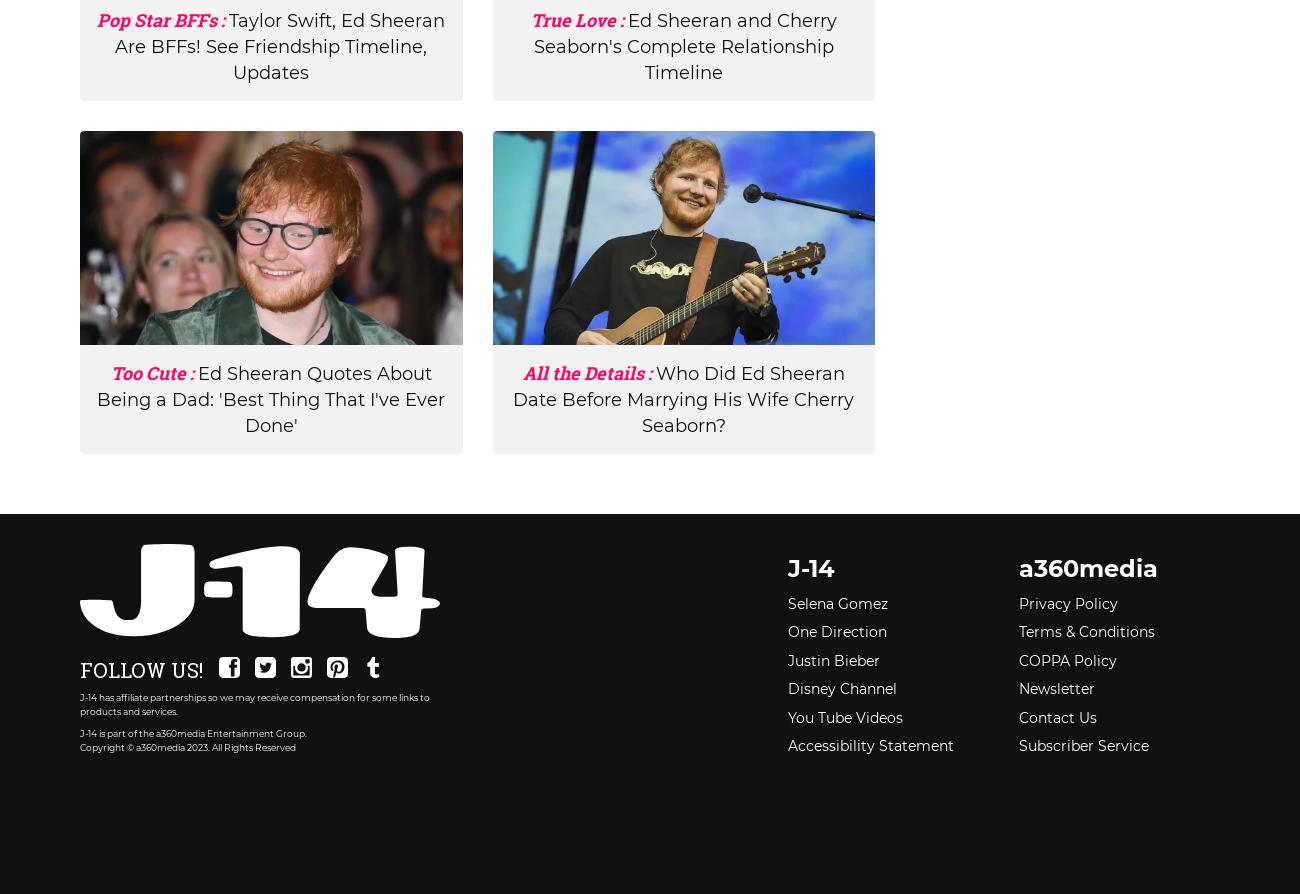  What do you see at coordinates (193, 732) in the screenshot?
I see `'J-14 is part of the a360media Entertainment Group.'` at bounding box center [193, 732].